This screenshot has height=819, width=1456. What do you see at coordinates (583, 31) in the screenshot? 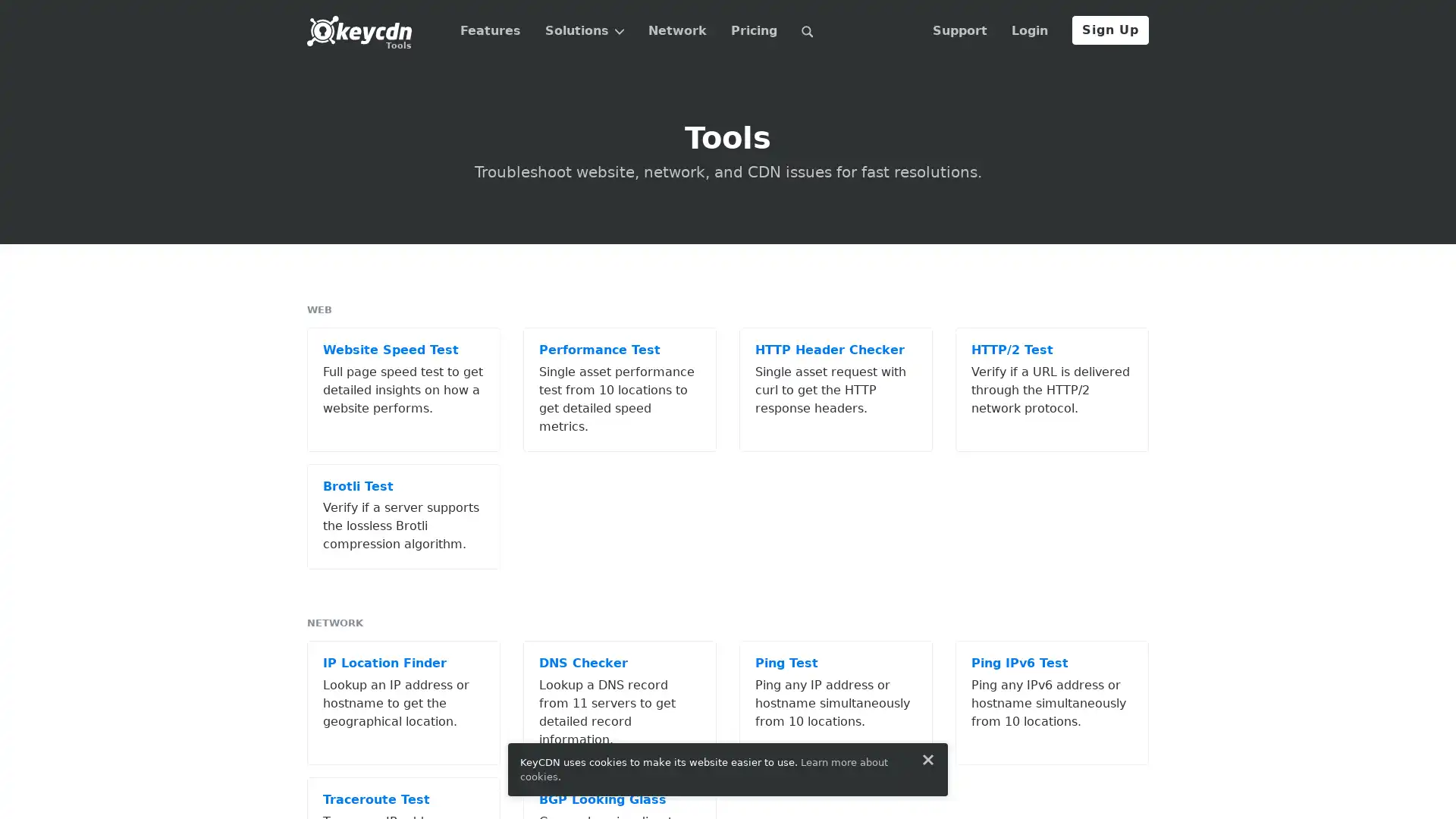
I see `Solutions` at bounding box center [583, 31].